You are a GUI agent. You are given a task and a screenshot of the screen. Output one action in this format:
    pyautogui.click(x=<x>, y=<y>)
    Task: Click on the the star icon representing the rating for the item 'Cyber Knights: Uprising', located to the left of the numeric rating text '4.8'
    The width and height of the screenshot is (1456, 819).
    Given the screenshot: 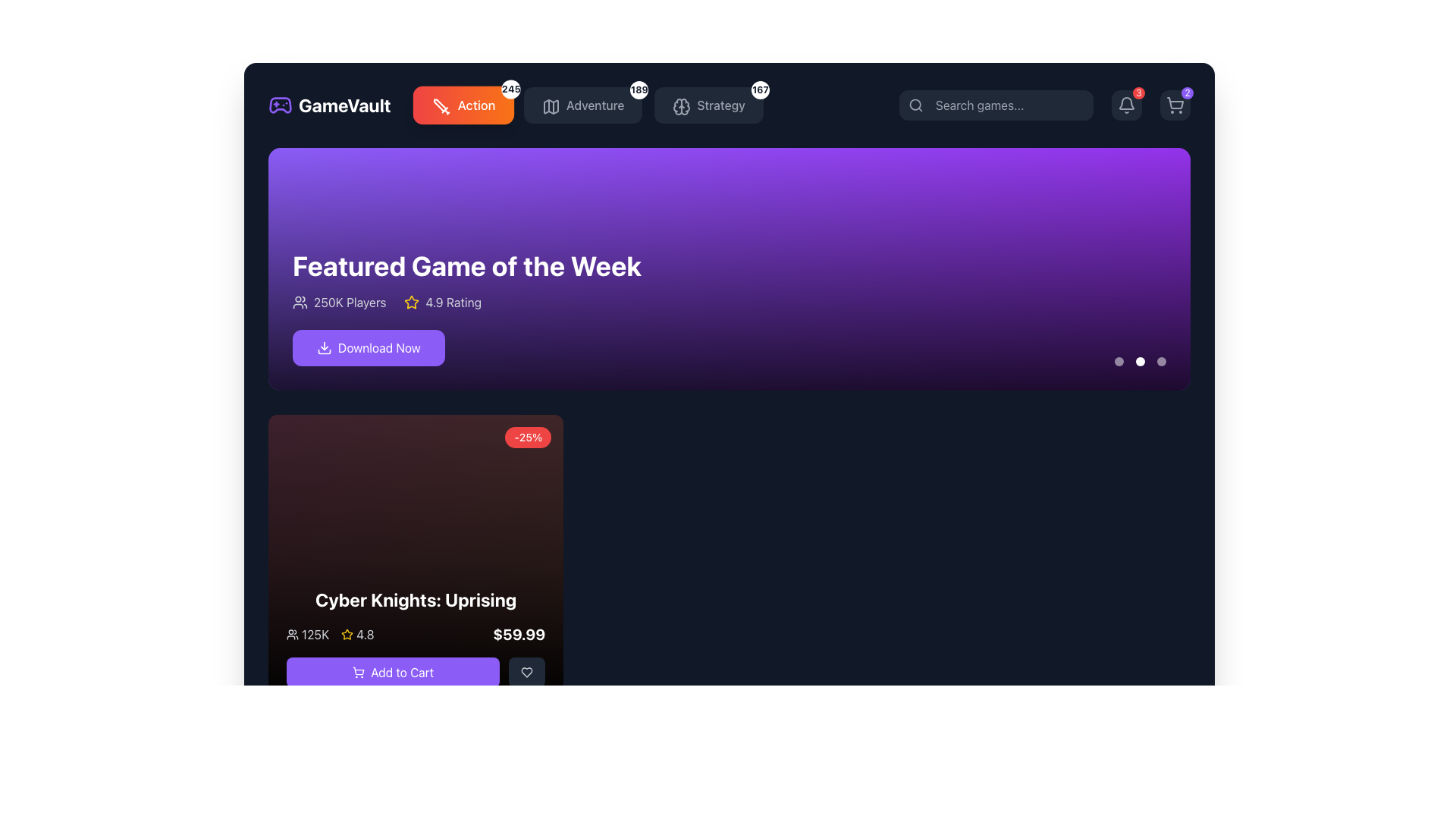 What is the action you would take?
    pyautogui.click(x=347, y=635)
    